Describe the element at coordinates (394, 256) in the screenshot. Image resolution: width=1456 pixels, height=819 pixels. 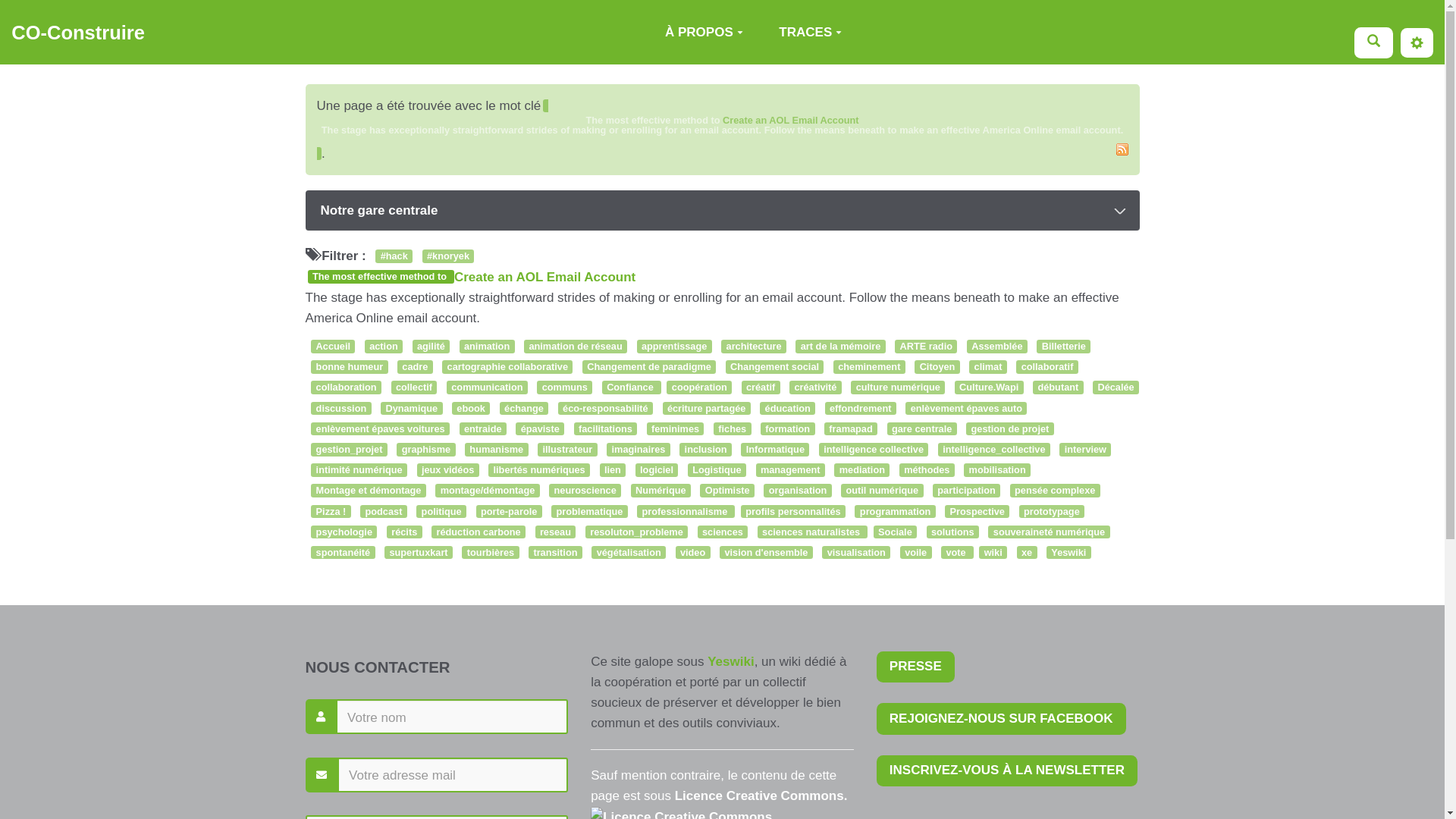
I see `'#hack'` at that location.